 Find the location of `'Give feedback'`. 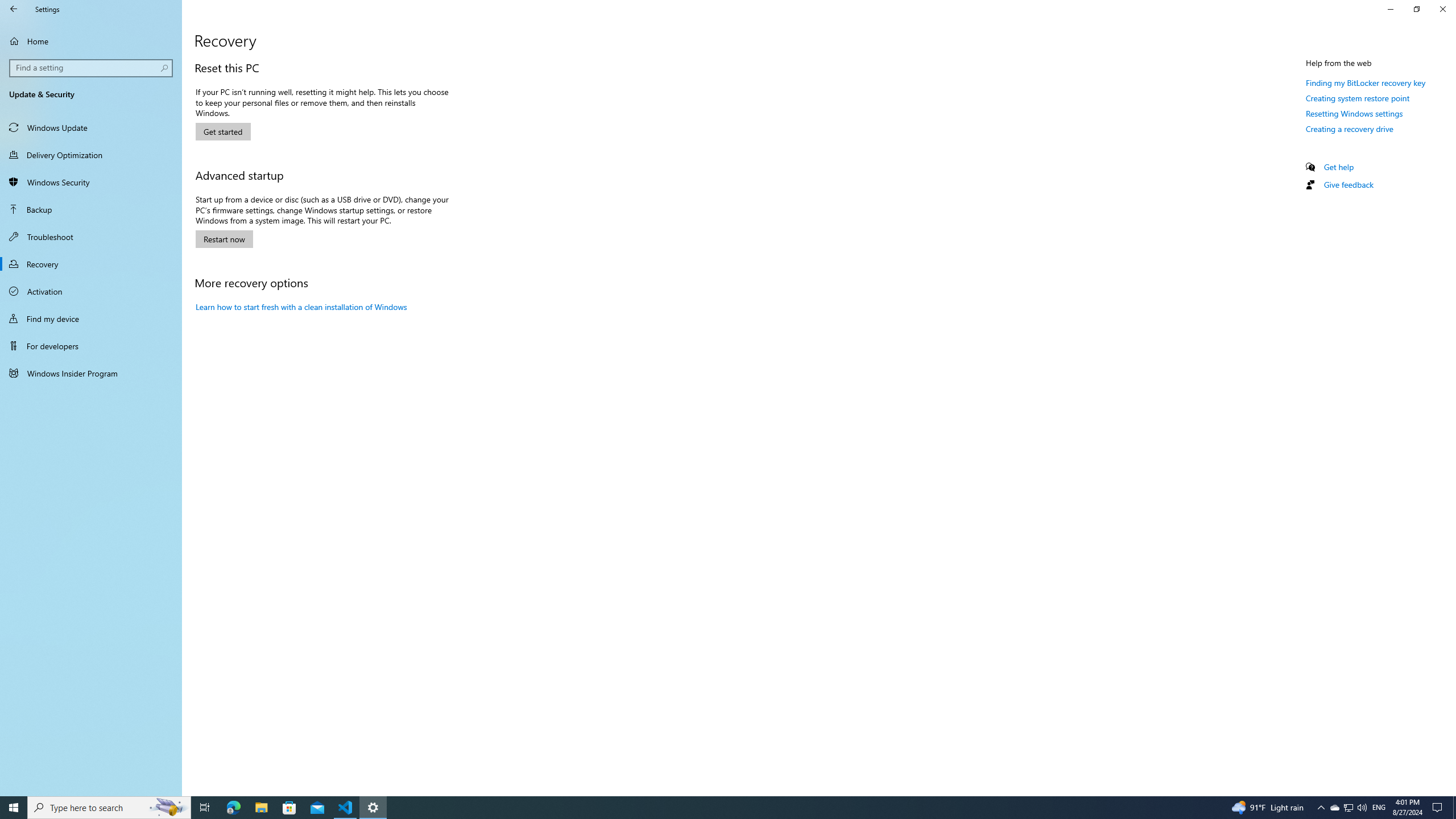

'Give feedback' is located at coordinates (1347, 184).